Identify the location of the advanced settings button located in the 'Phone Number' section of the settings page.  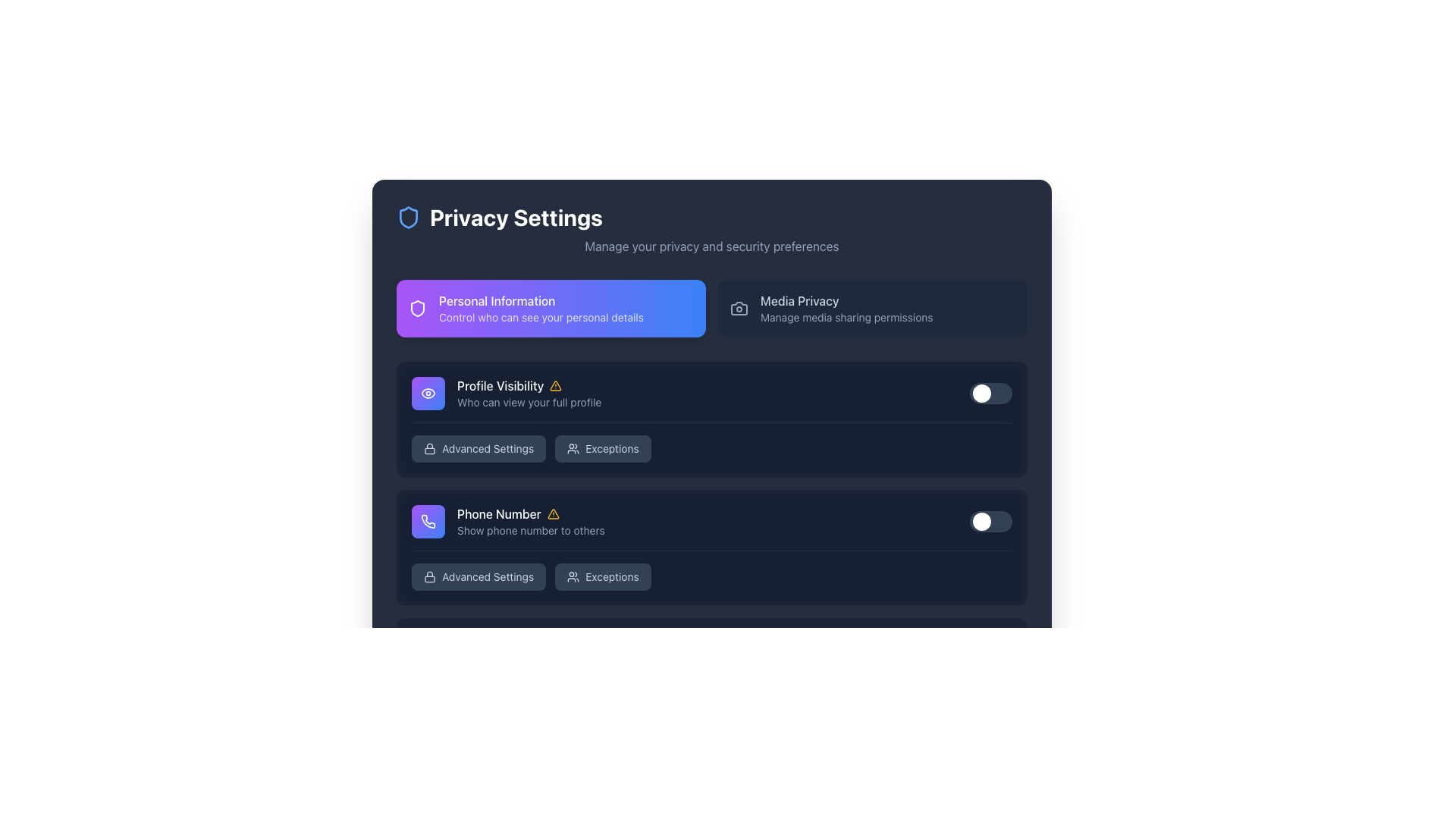
(478, 704).